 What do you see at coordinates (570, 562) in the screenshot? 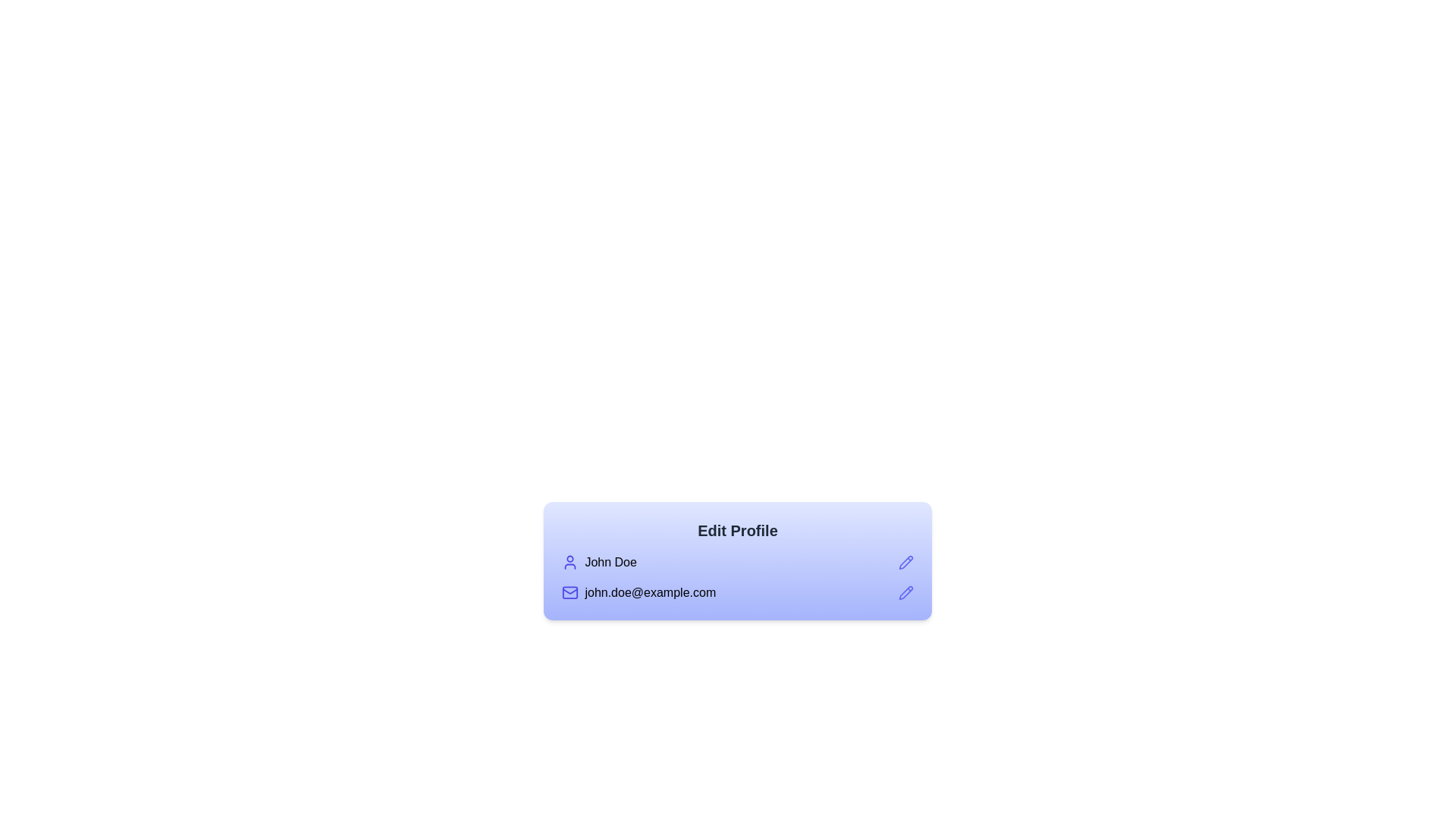
I see `the user profile icon, which is a circular head and shoulders shape outlined in indigo color, located to the left of the text 'John Doe'` at bounding box center [570, 562].